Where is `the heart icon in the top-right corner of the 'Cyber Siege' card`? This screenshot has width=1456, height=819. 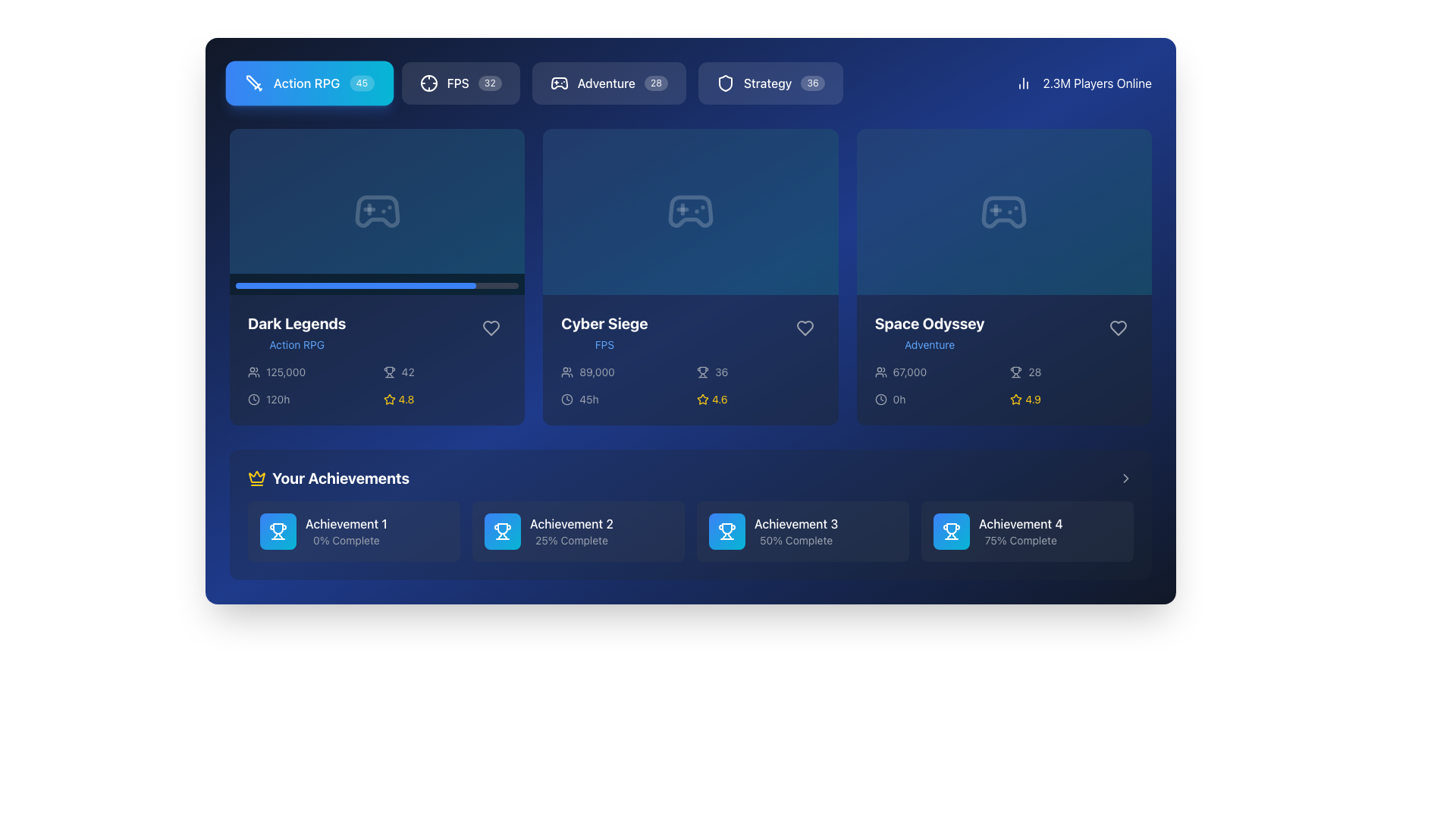 the heart icon in the top-right corner of the 'Cyber Siege' card is located at coordinates (804, 327).